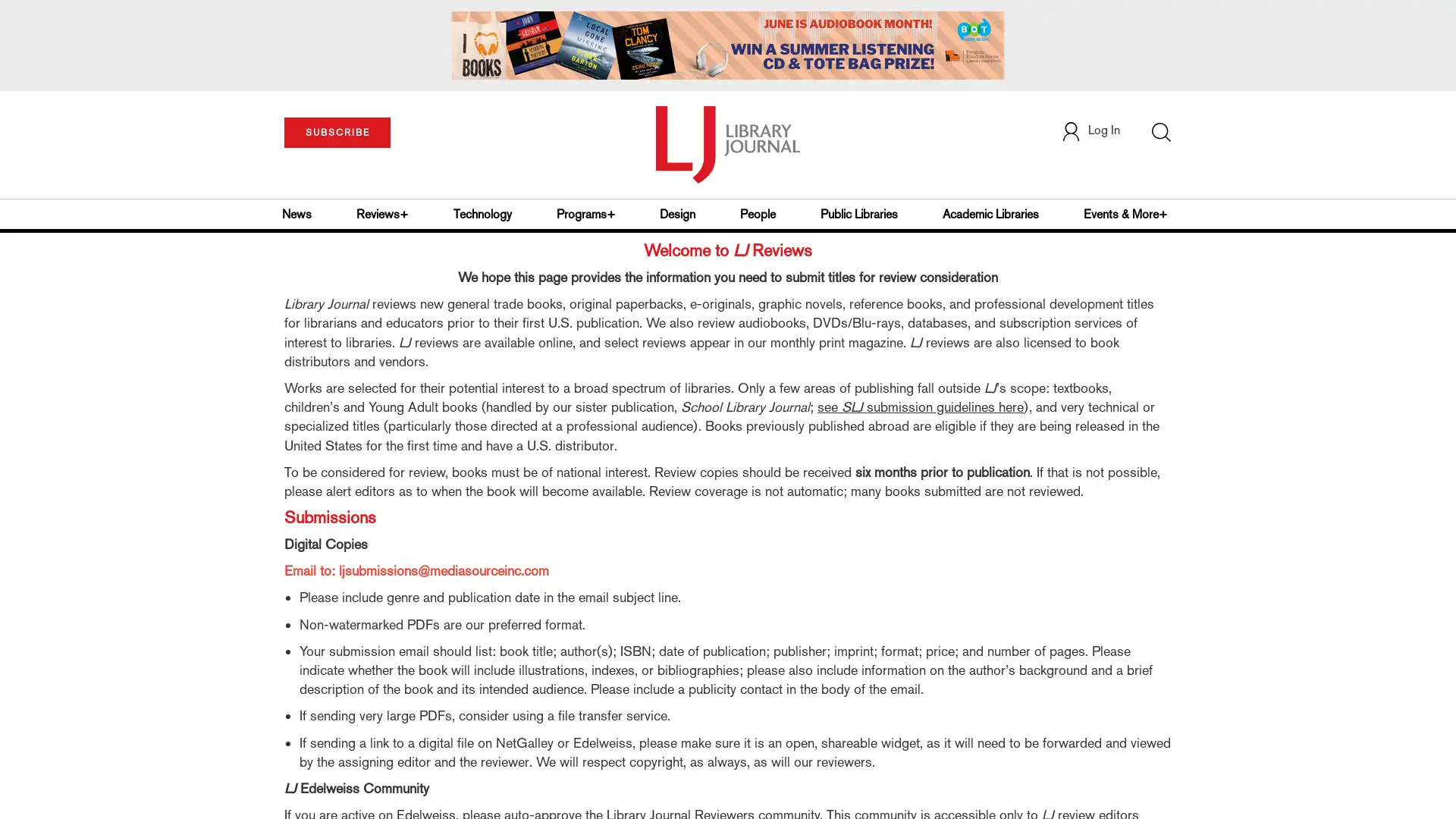 This screenshot has height=819, width=1456. What do you see at coordinates (337, 131) in the screenshot?
I see `SUBSCRIBE` at bounding box center [337, 131].